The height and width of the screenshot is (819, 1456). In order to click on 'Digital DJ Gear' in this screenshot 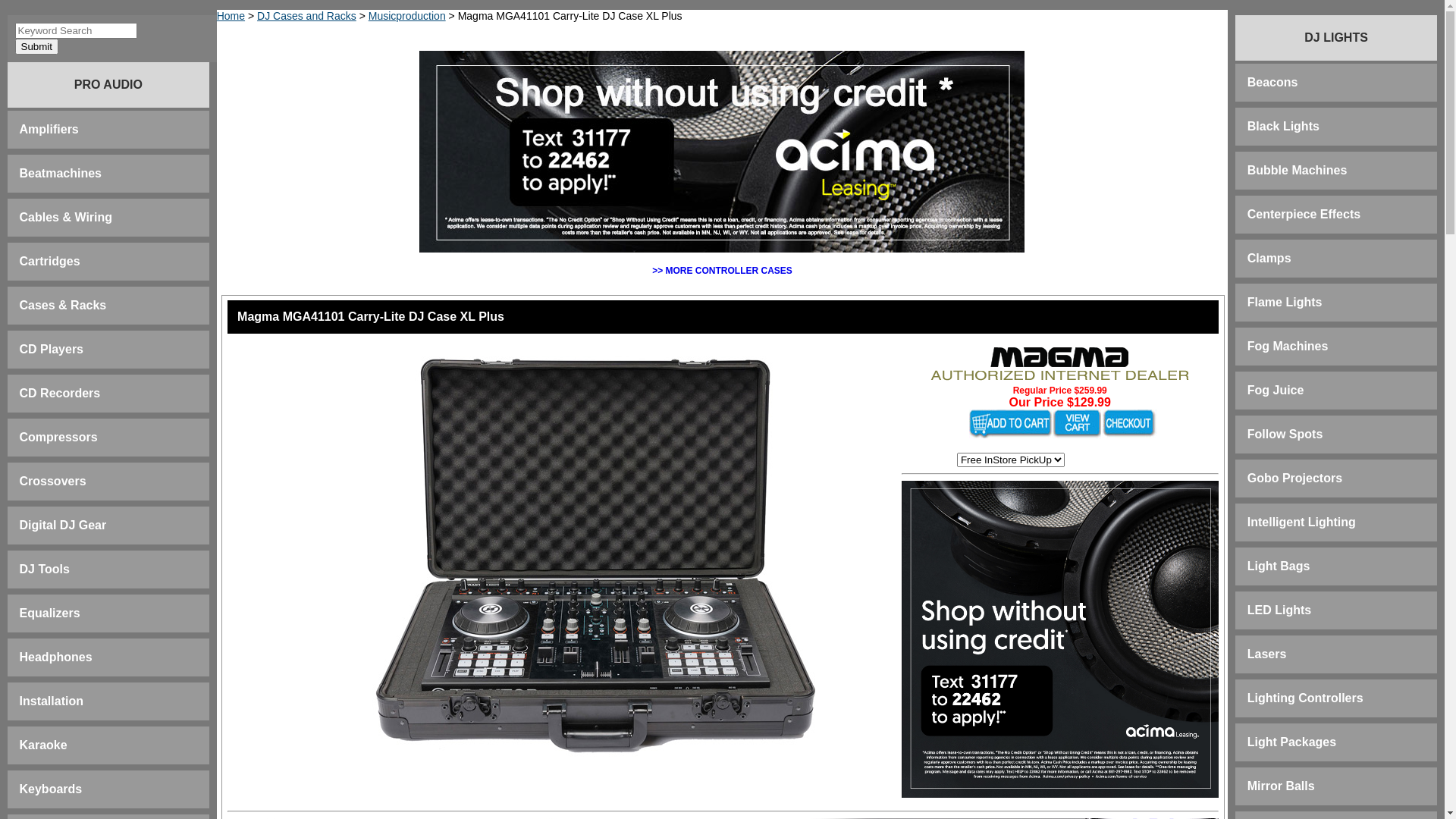, I will do `click(62, 524)`.